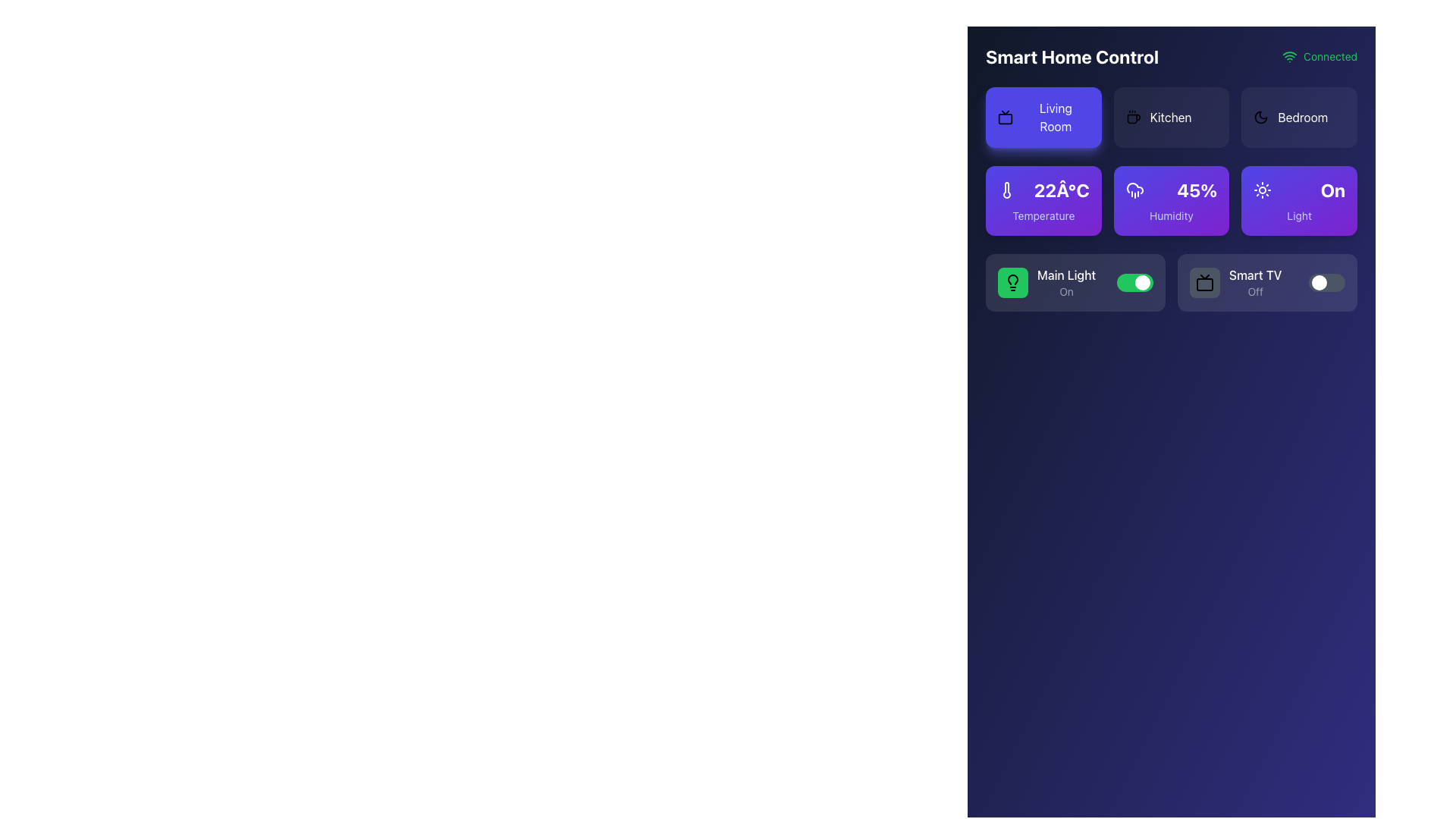 The width and height of the screenshot is (1456, 819). I want to click on the humidity icon located in the top right quadrant of the interface, next to the '45%' text, which serves as a visual indicator for the humidity metric, so click(1134, 187).